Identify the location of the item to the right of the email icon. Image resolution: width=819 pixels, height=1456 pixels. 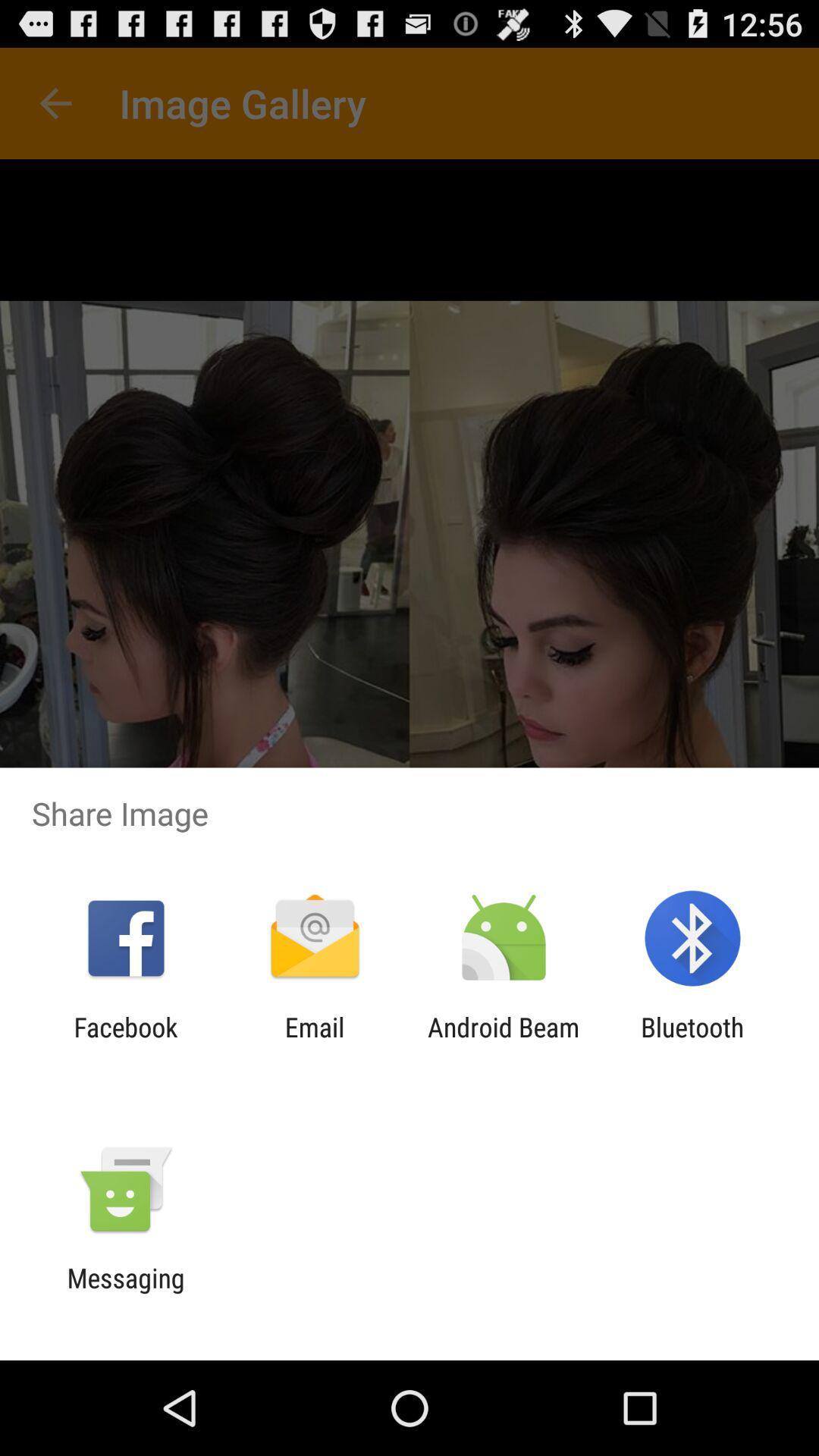
(504, 1042).